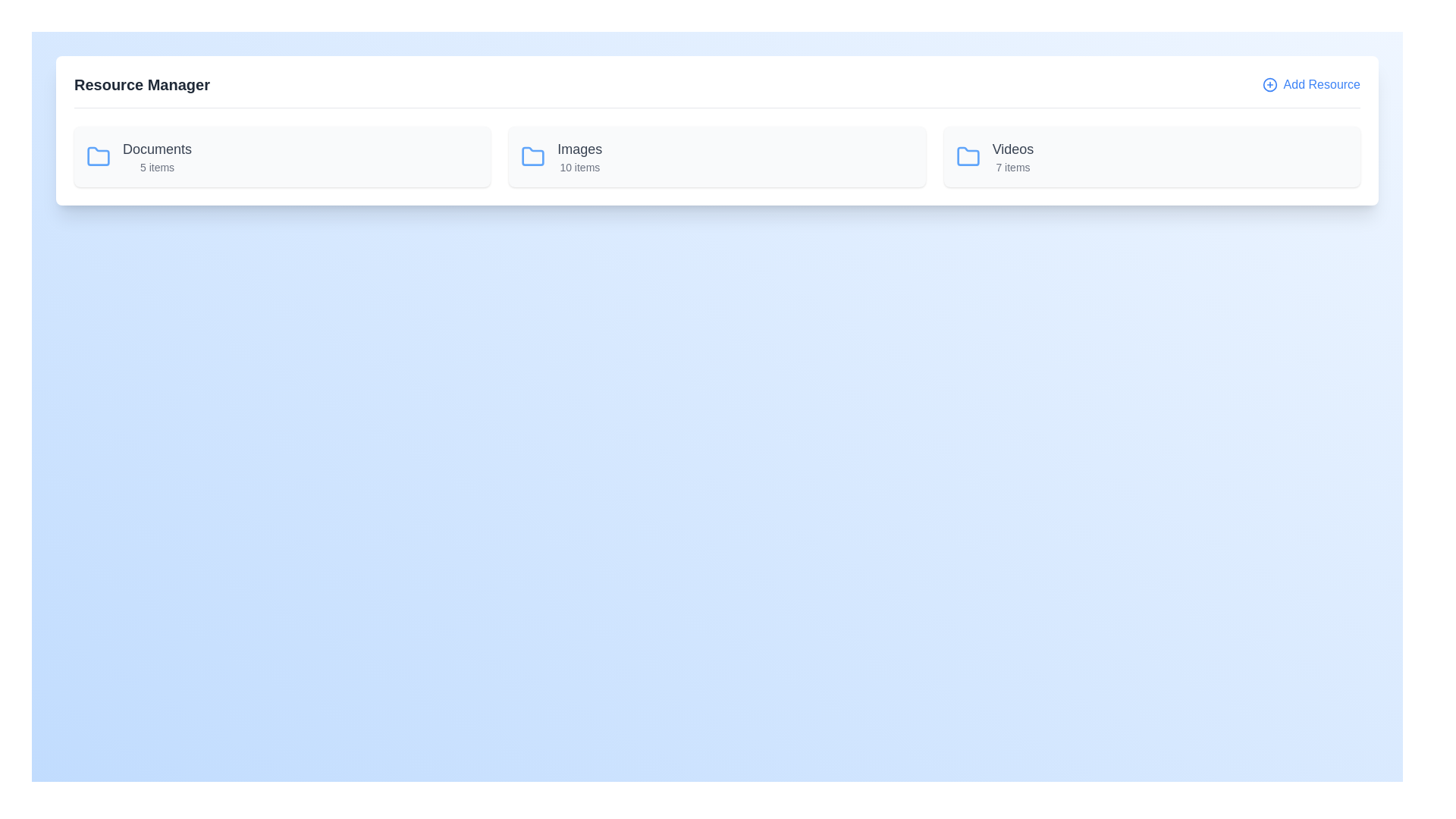 Image resolution: width=1456 pixels, height=819 pixels. I want to click on the 'Documents' folder representation in the Resource Manager, so click(282, 157).